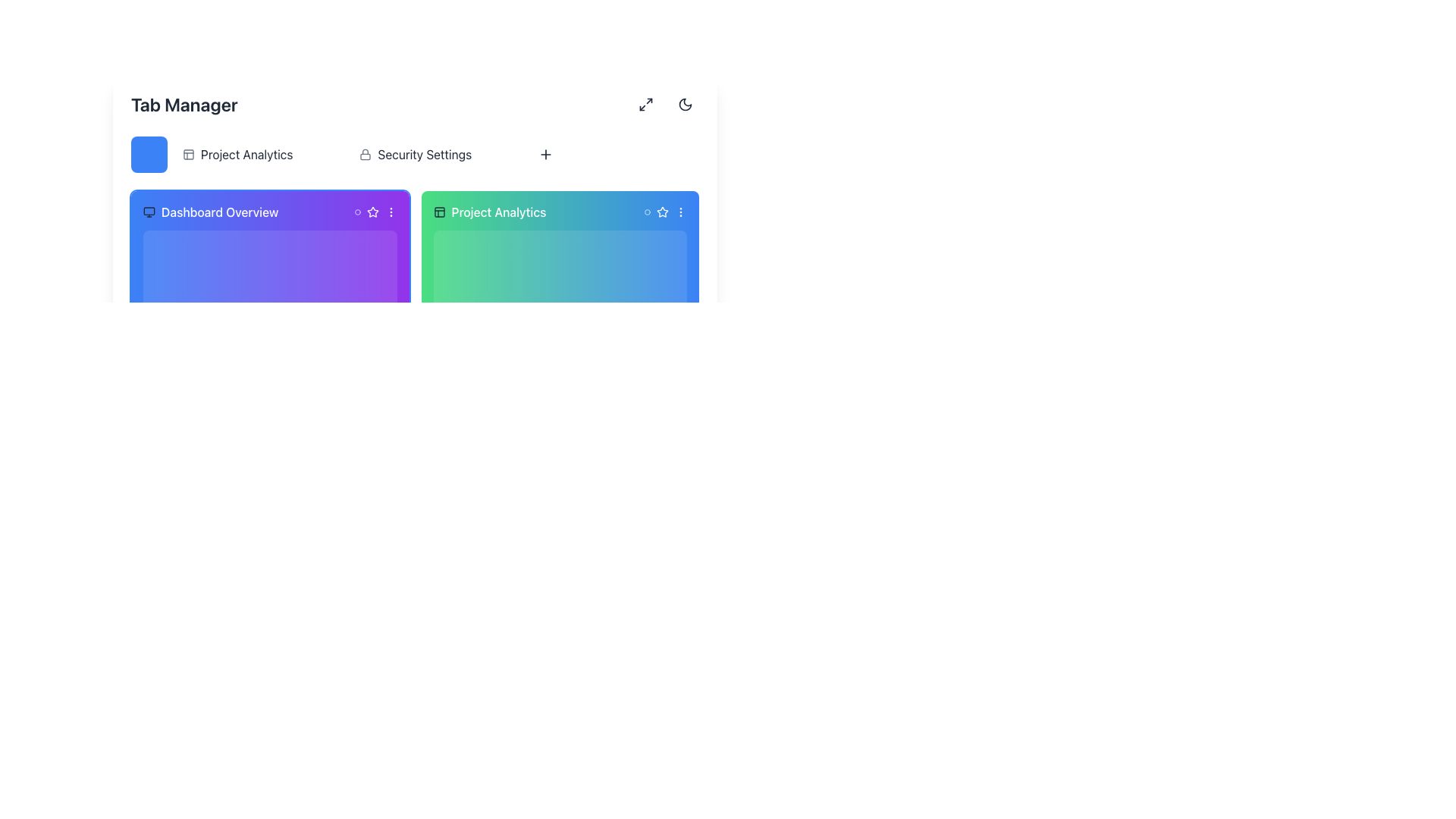  I want to click on the rectangular card component labeled 'Project Analytics' with a gradient background transitioning from green to blue, positioned as the second card in the grid layout, so click(559, 265).